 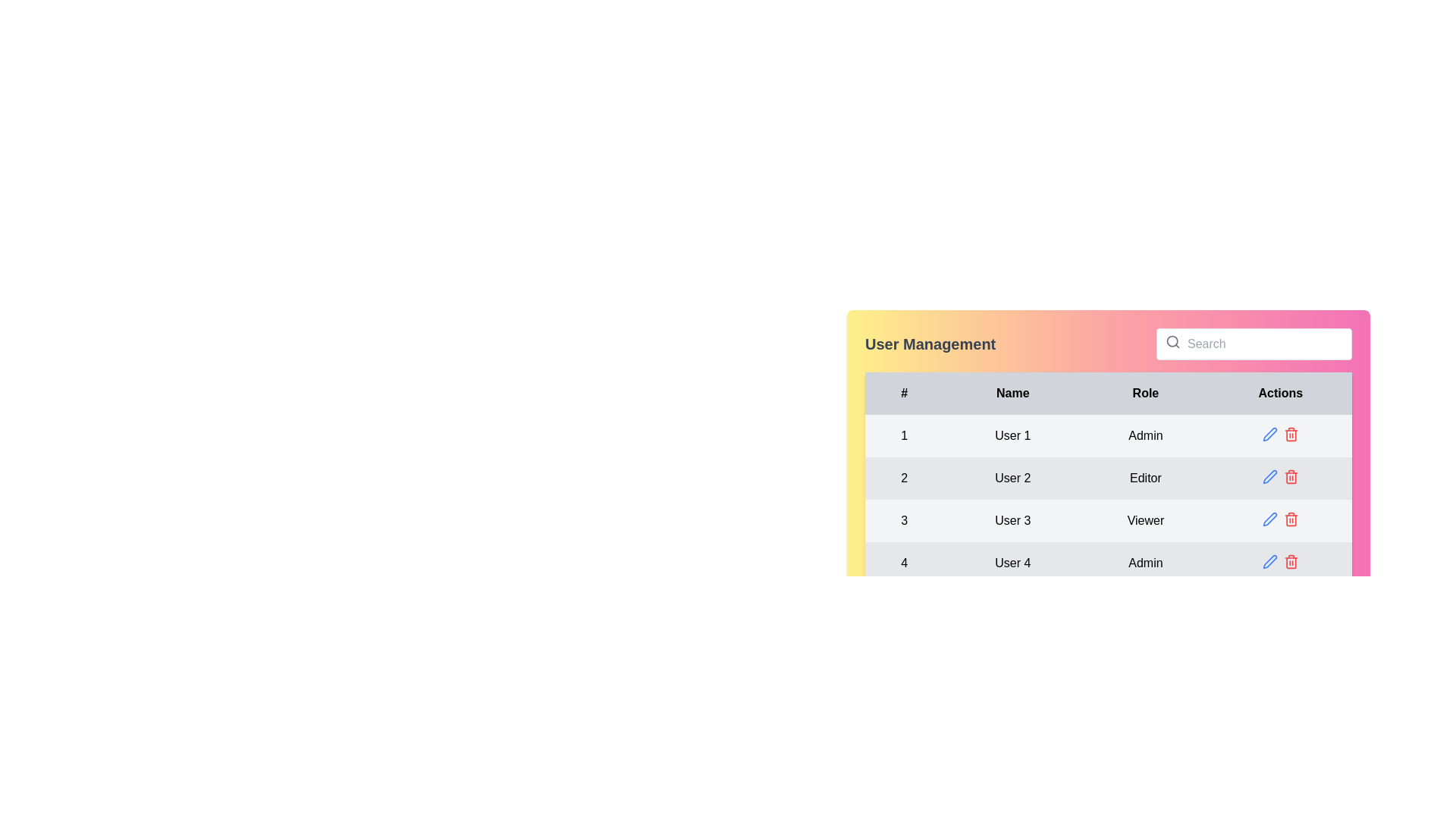 What do you see at coordinates (904, 563) in the screenshot?
I see `the static text label displaying the number '4' in the last row of the User Management table, which is prominently styled in bold black on a light gray background` at bounding box center [904, 563].